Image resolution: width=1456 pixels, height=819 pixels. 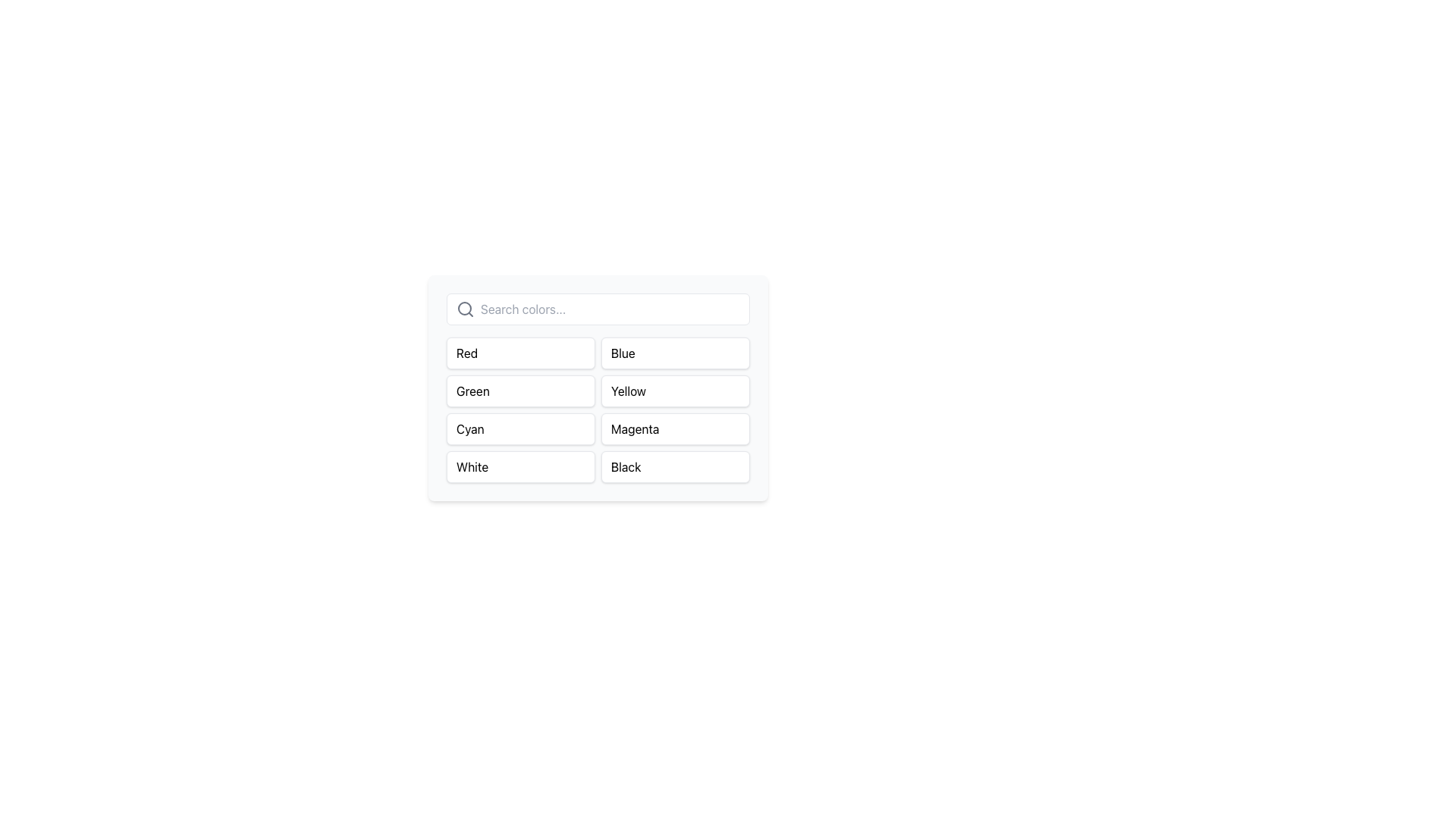 I want to click on the text label displaying 'Red' in black font, located in the first button on the left within a grid of color options, so click(x=520, y=353).